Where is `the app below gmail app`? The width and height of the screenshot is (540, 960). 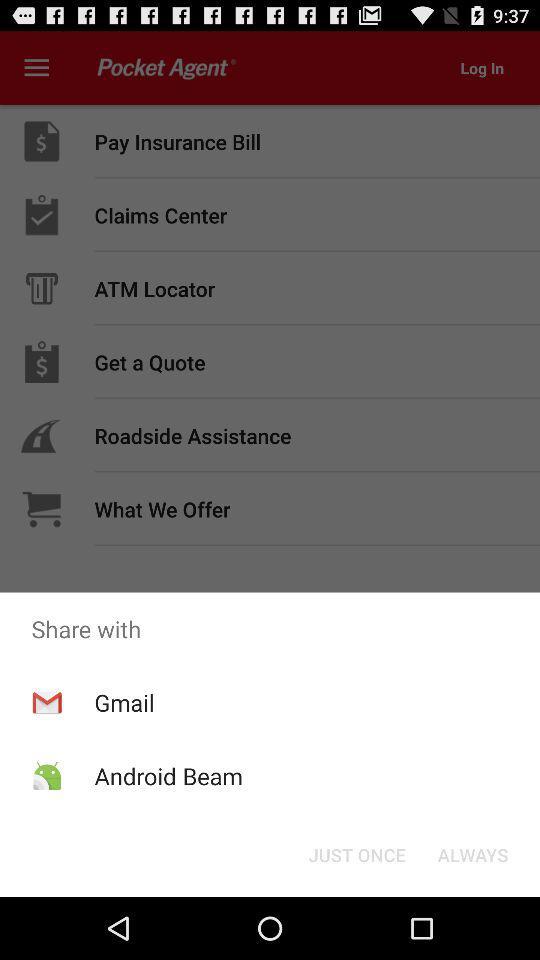
the app below gmail app is located at coordinates (167, 775).